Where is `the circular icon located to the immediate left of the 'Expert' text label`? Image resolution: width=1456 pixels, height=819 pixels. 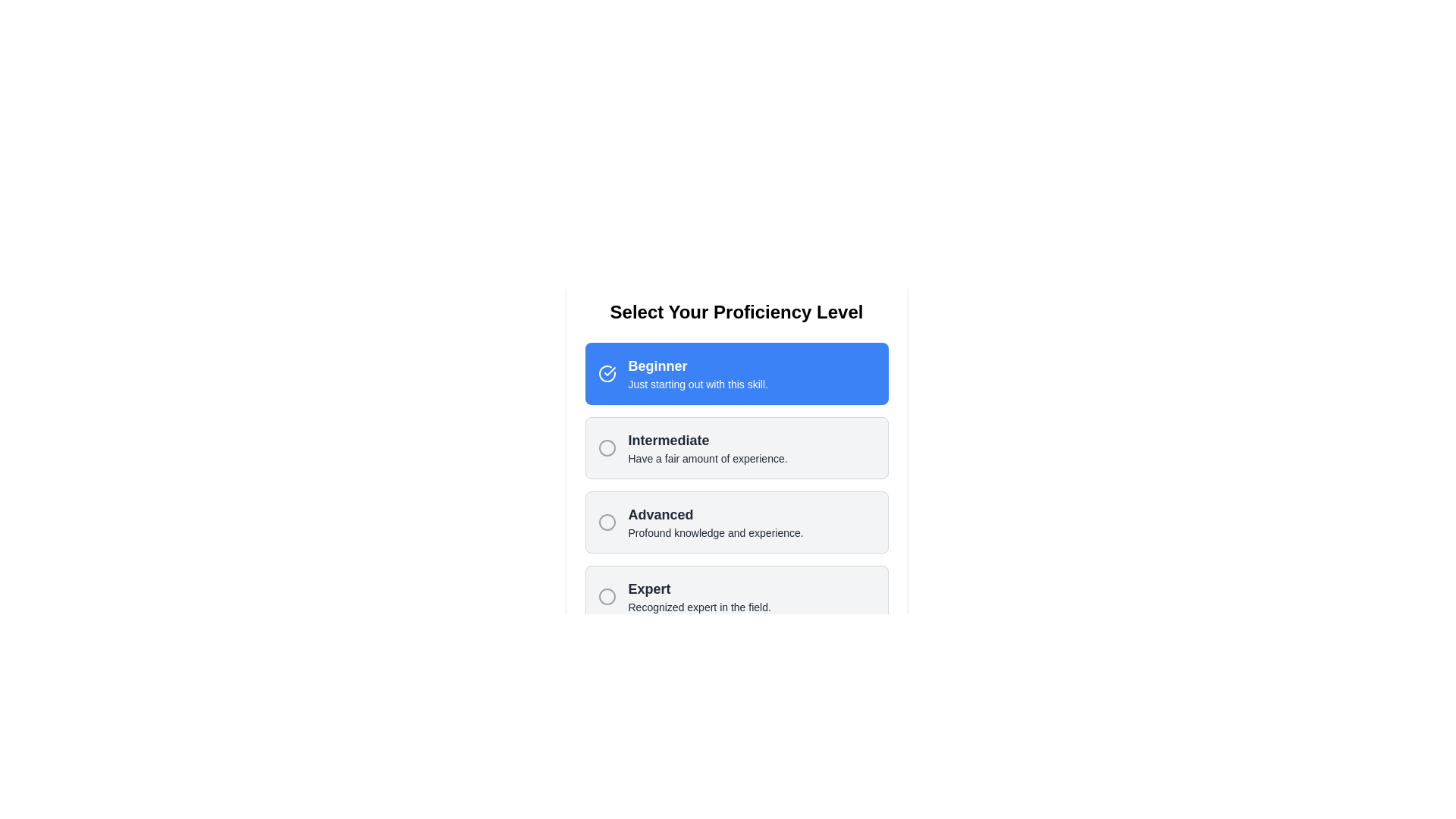
the circular icon located to the immediate left of the 'Expert' text label is located at coordinates (607, 595).